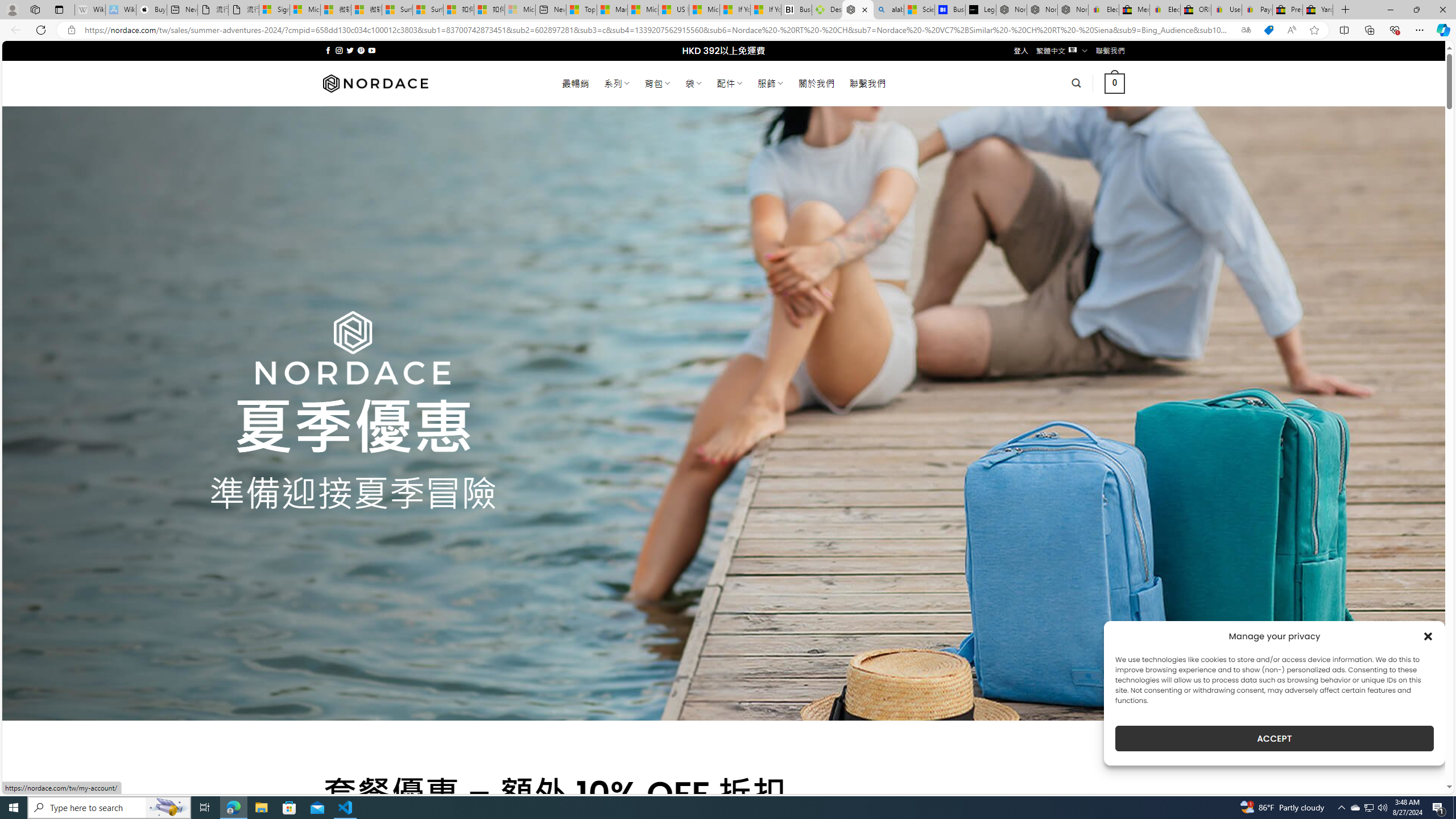 The width and height of the screenshot is (1456, 819). Describe the element at coordinates (827, 9) in the screenshot. I see `'Descarga Driver Updater'` at that location.